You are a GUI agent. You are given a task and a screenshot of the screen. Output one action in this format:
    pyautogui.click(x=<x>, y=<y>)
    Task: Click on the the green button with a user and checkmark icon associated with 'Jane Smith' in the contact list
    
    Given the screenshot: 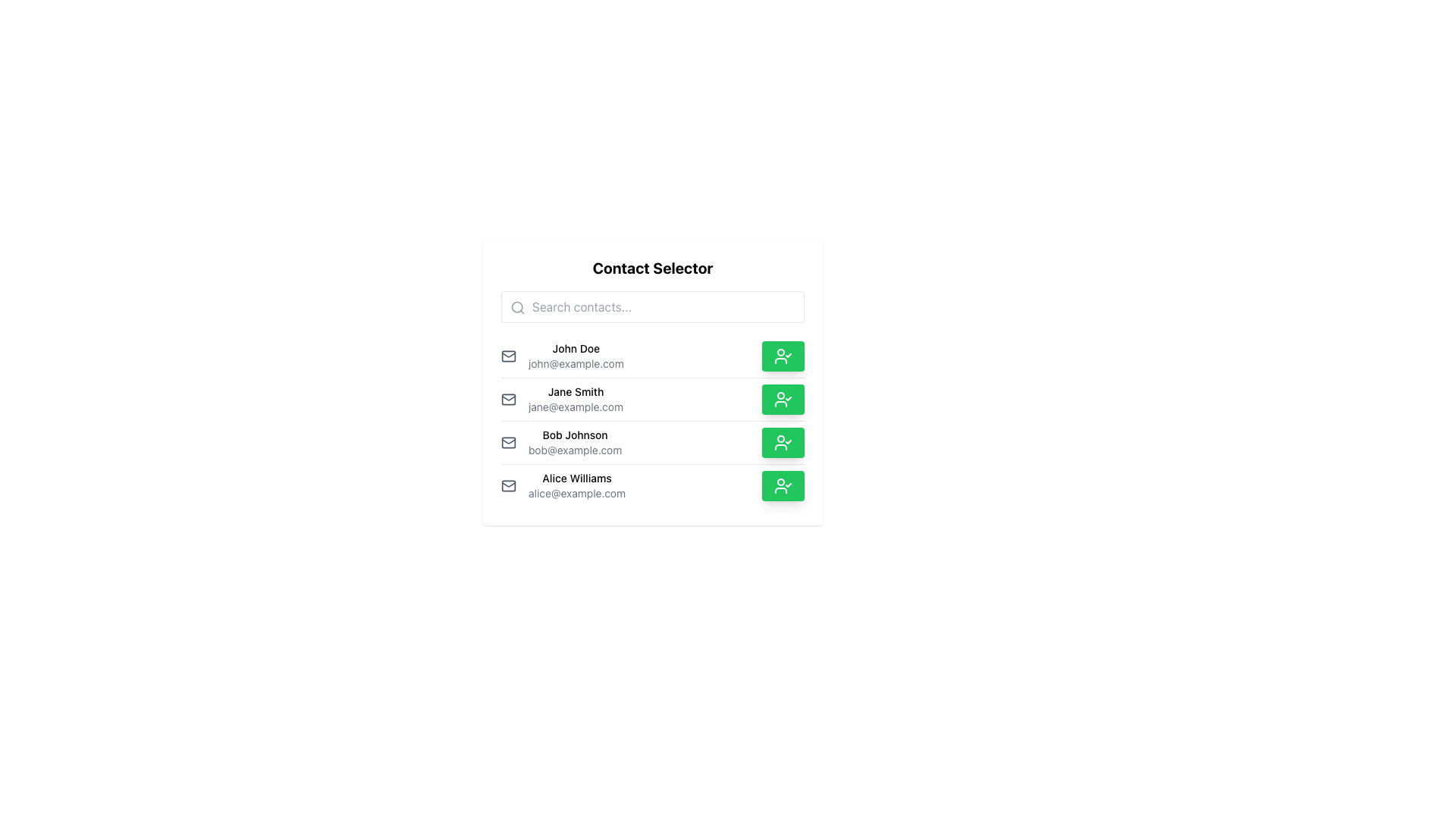 What is the action you would take?
    pyautogui.click(x=783, y=399)
    